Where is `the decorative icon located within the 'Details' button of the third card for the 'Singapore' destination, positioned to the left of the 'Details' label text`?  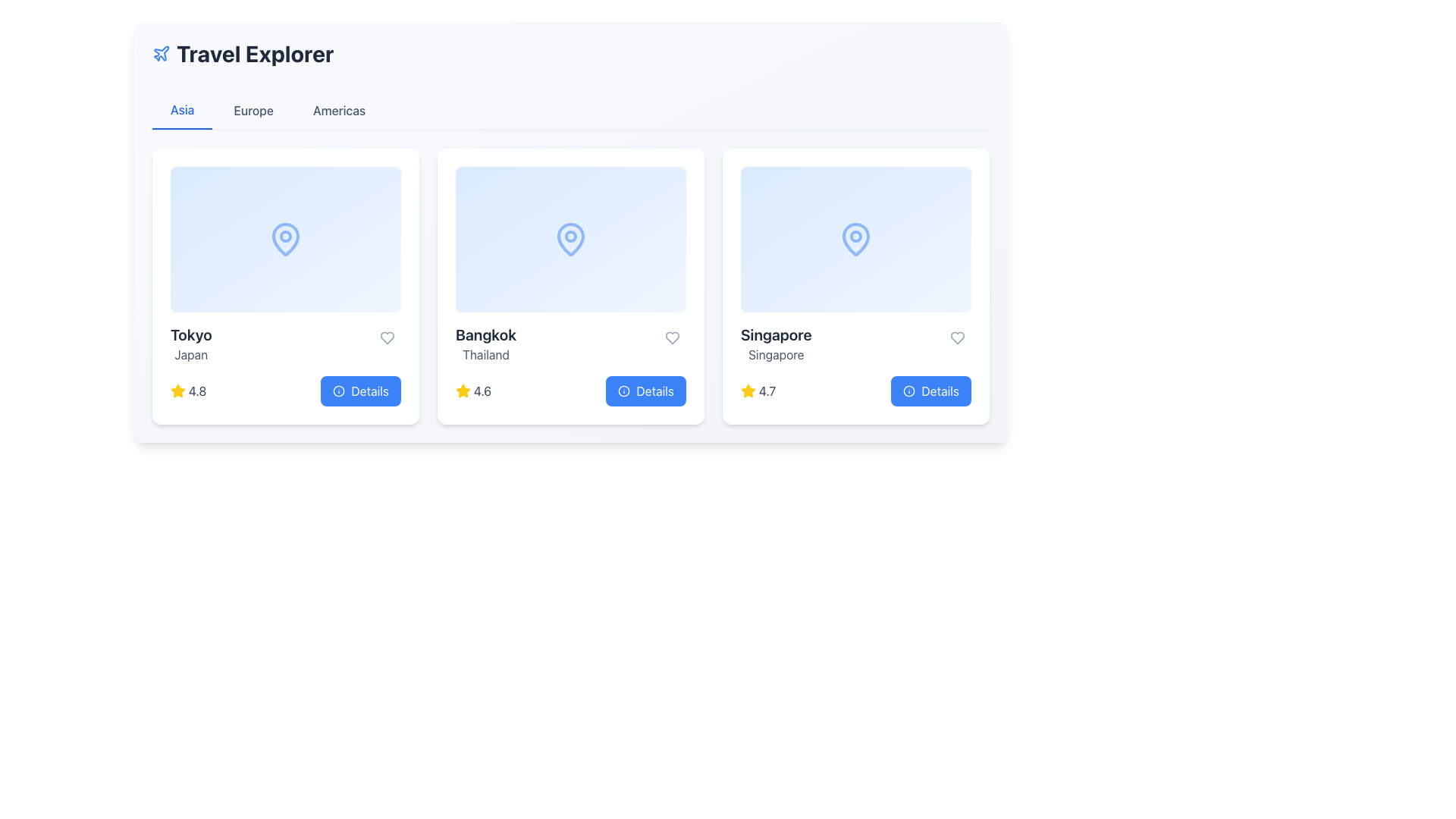
the decorative icon located within the 'Details' button of the third card for the 'Singapore' destination, positioned to the left of the 'Details' label text is located at coordinates (909, 391).